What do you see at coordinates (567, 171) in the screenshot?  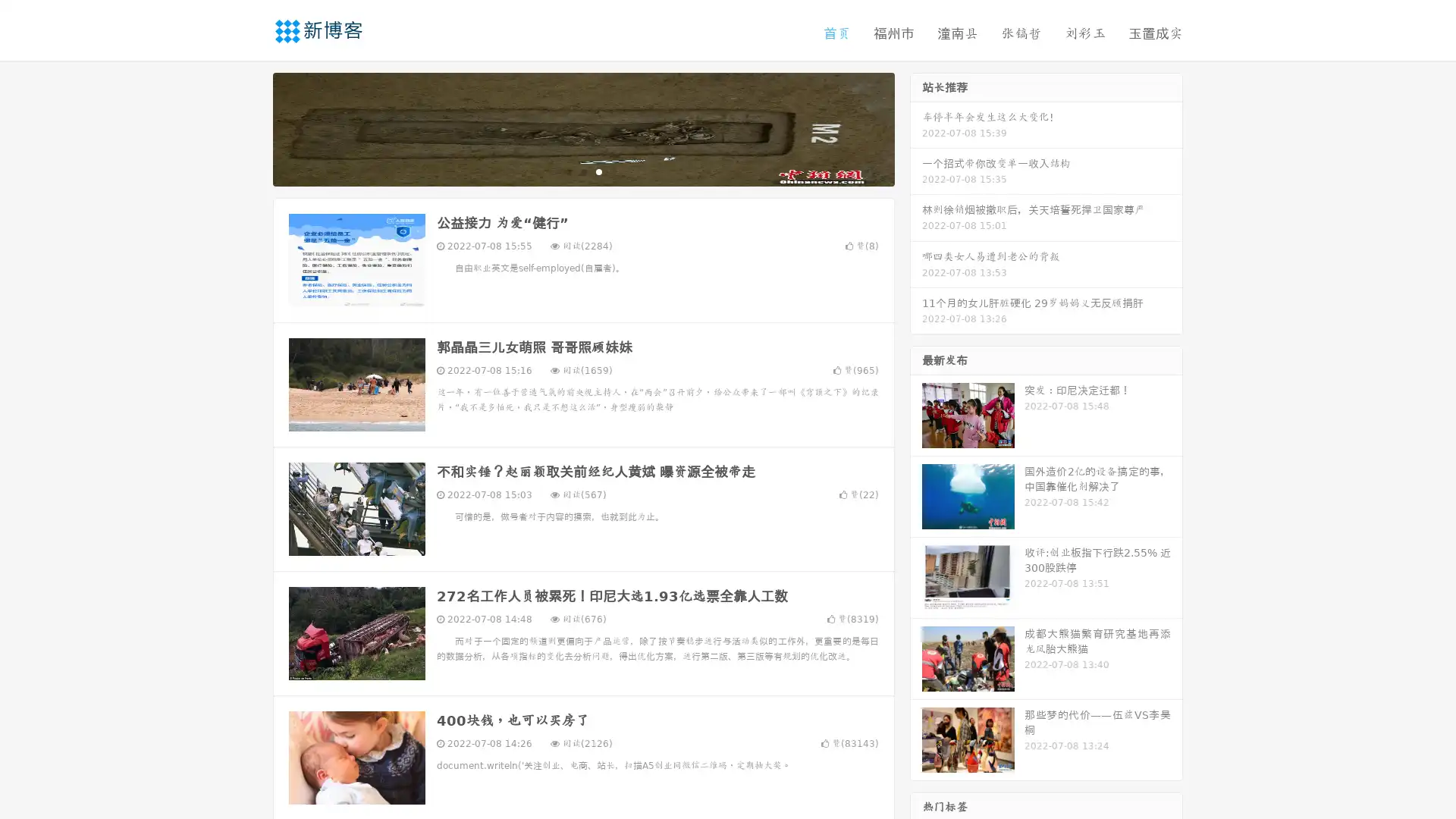 I see `Go to slide 1` at bounding box center [567, 171].